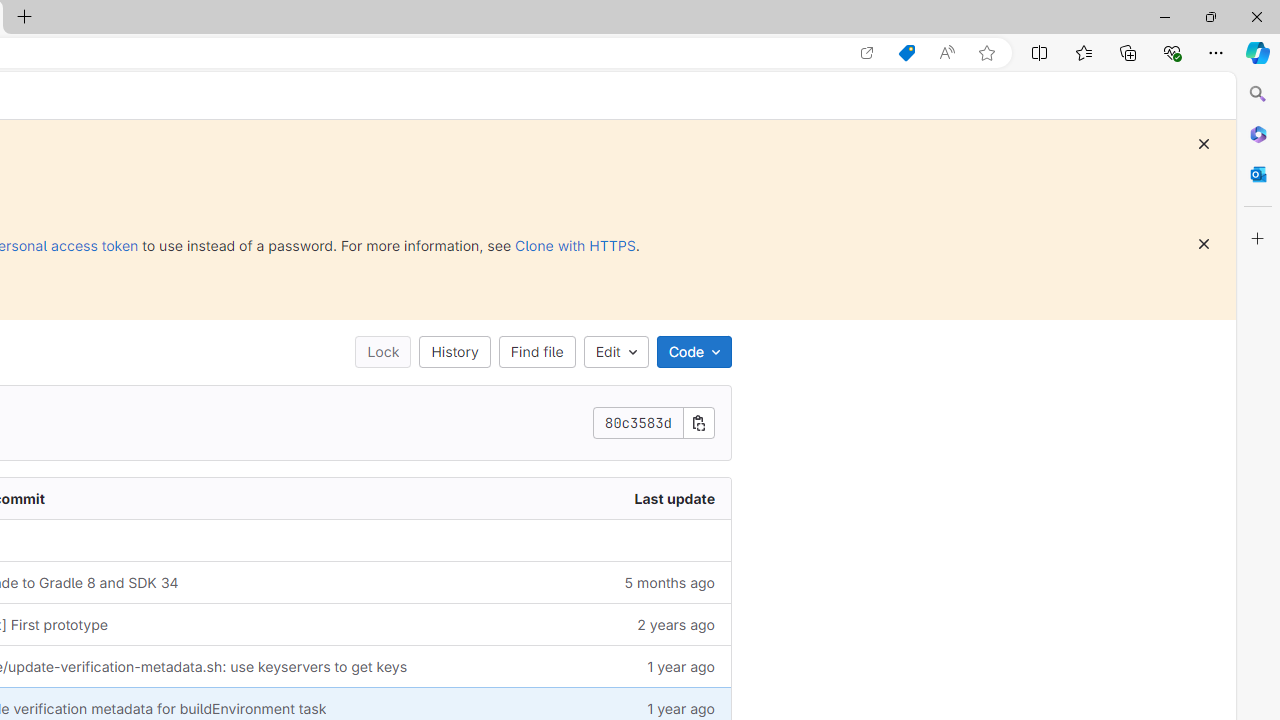  Describe the element at coordinates (536, 351) in the screenshot. I see `'Find file'` at that location.